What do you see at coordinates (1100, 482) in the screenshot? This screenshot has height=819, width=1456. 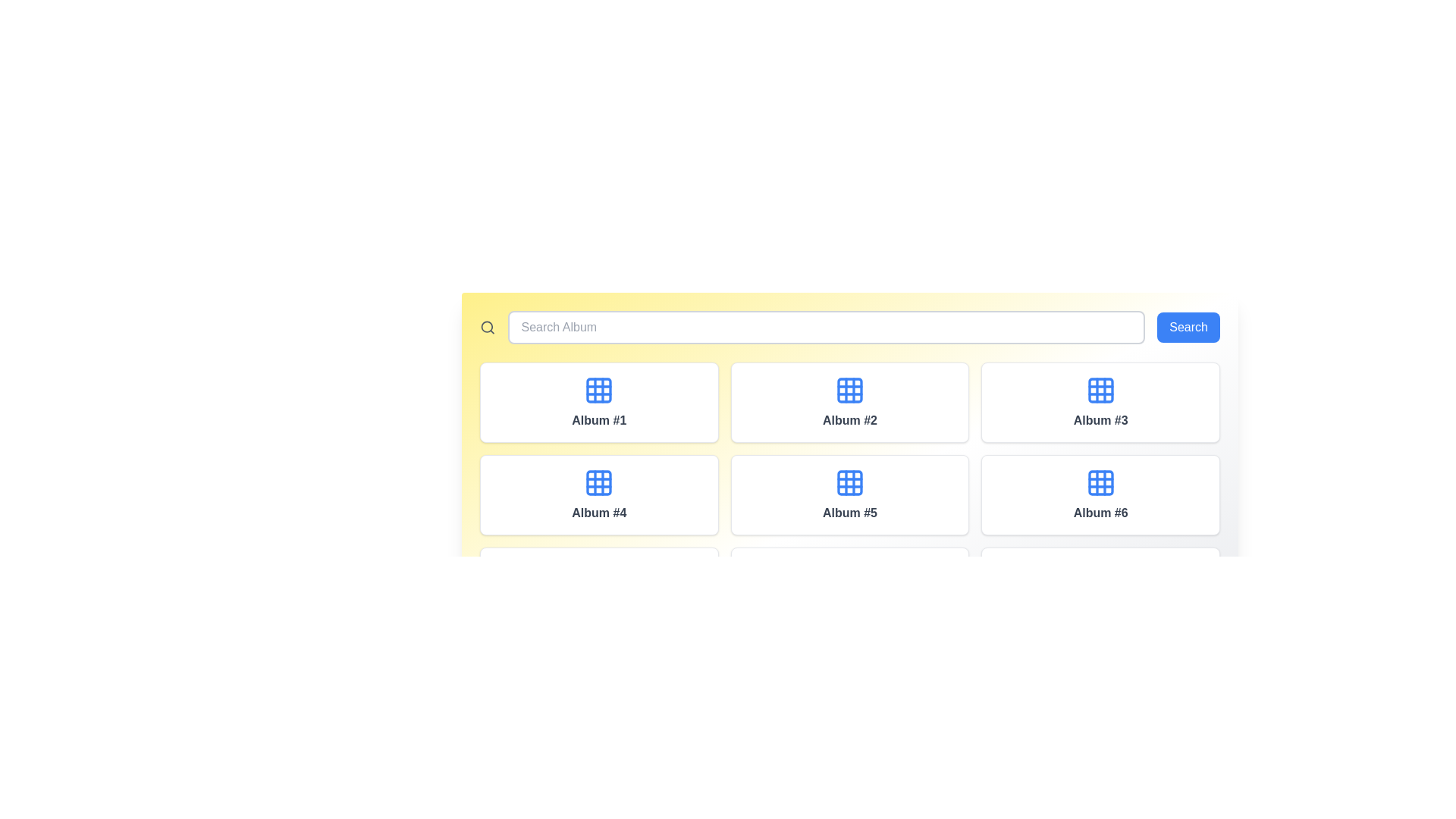 I see `the blue grid icon which is the top-left square of the 'Album 6' label in the bottom-right corner of the albums grid` at bounding box center [1100, 482].